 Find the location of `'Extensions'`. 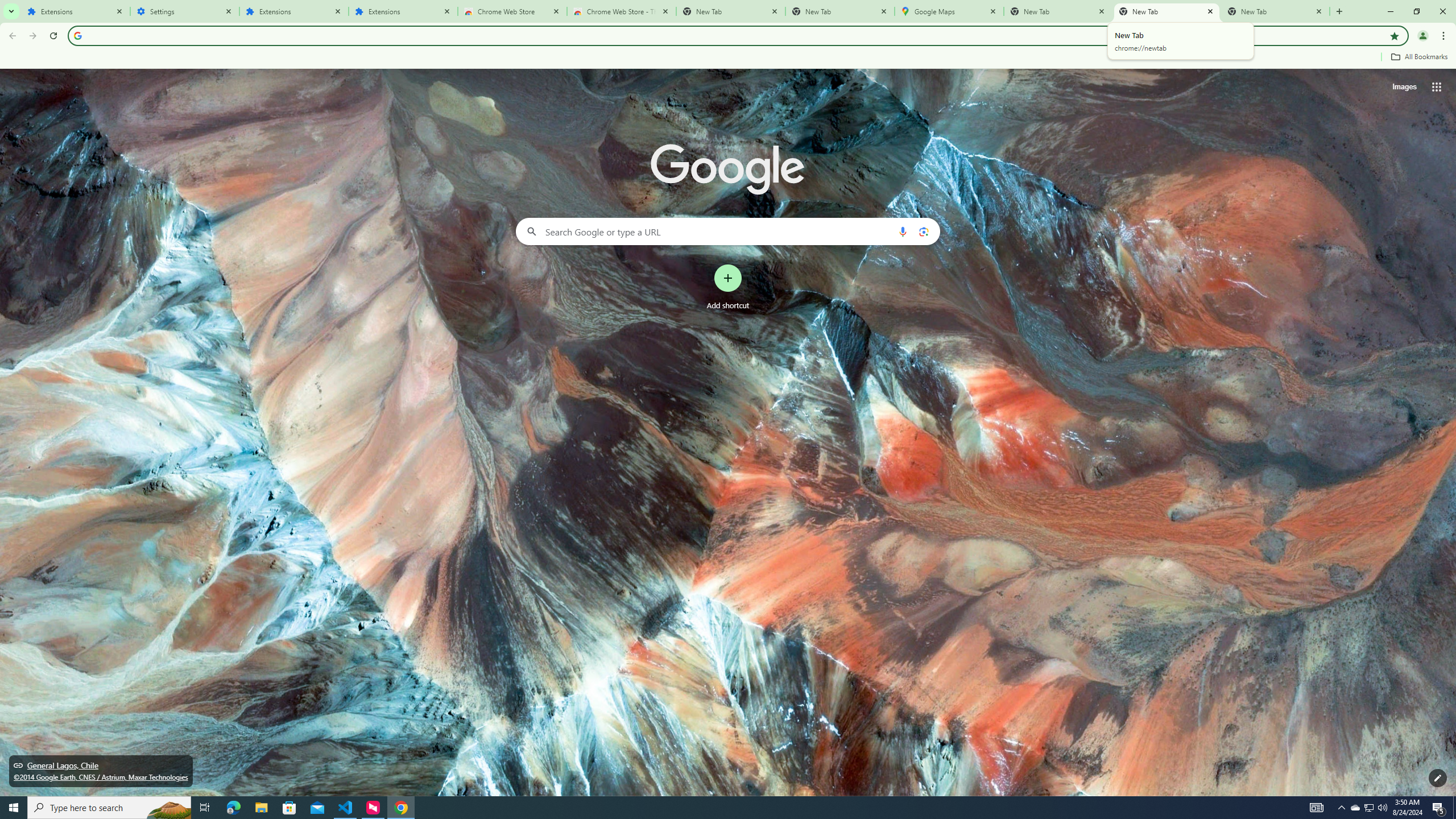

'Extensions' is located at coordinates (403, 11).